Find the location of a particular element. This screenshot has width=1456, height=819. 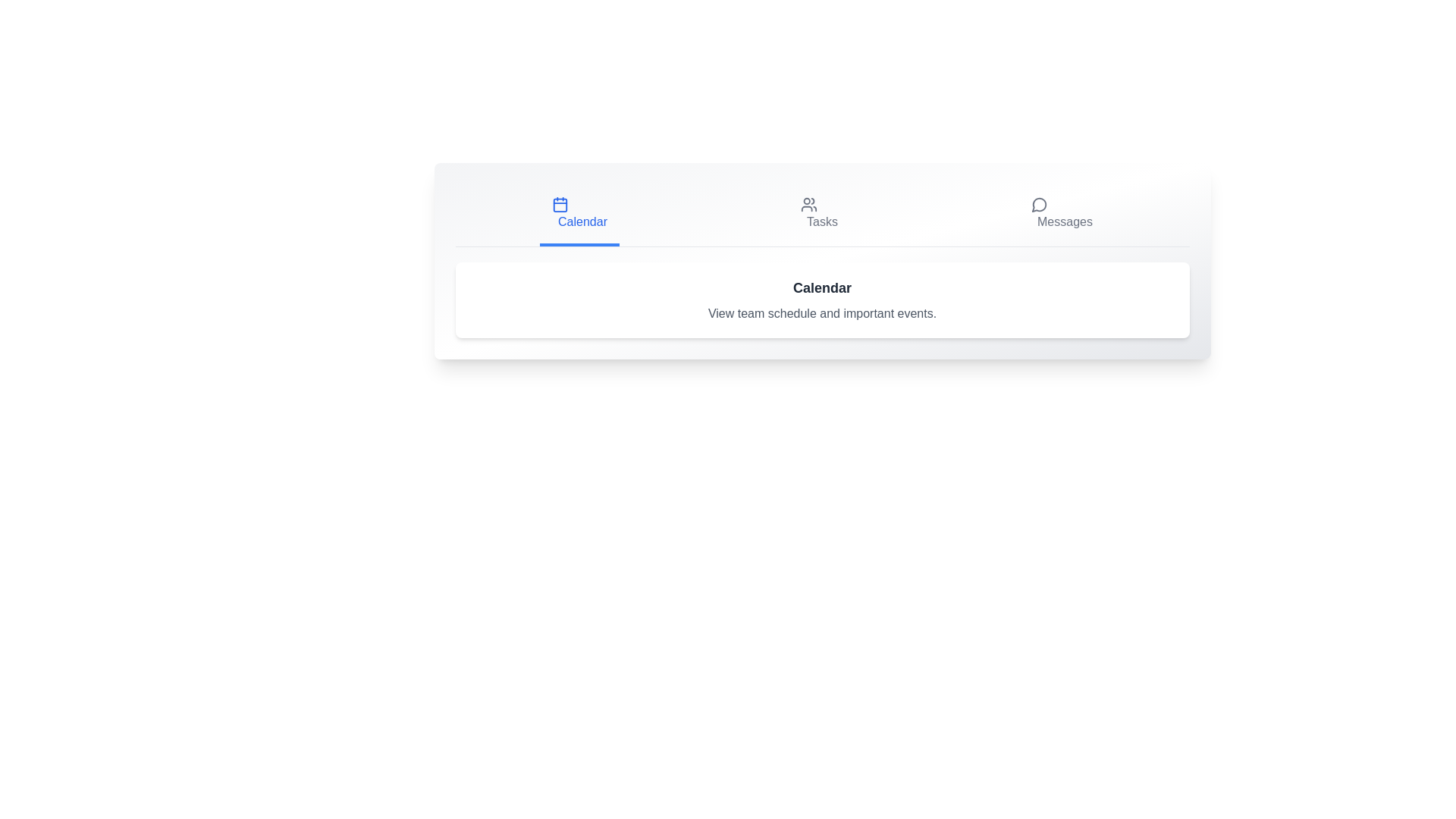

the Messages tab is located at coordinates (1061, 215).